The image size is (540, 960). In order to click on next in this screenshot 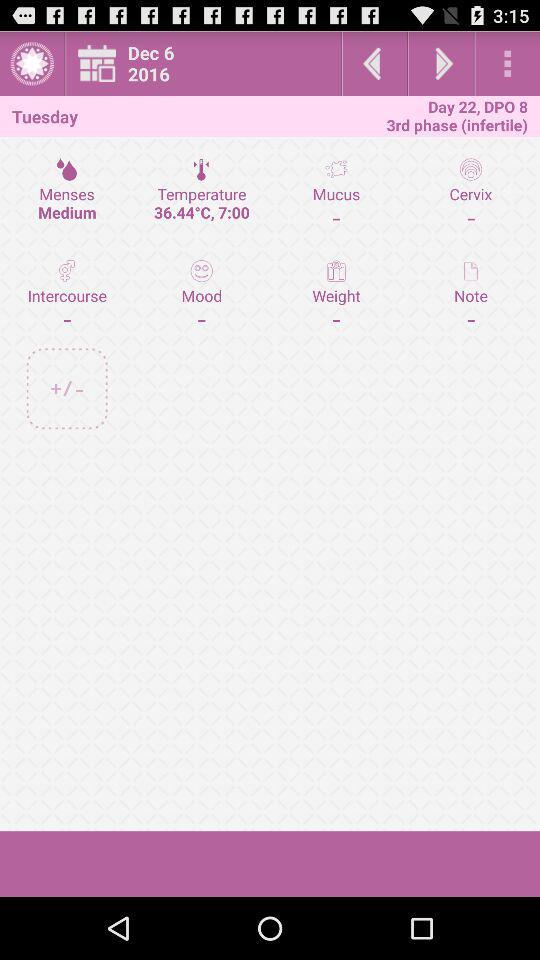, I will do `click(441, 63)`.